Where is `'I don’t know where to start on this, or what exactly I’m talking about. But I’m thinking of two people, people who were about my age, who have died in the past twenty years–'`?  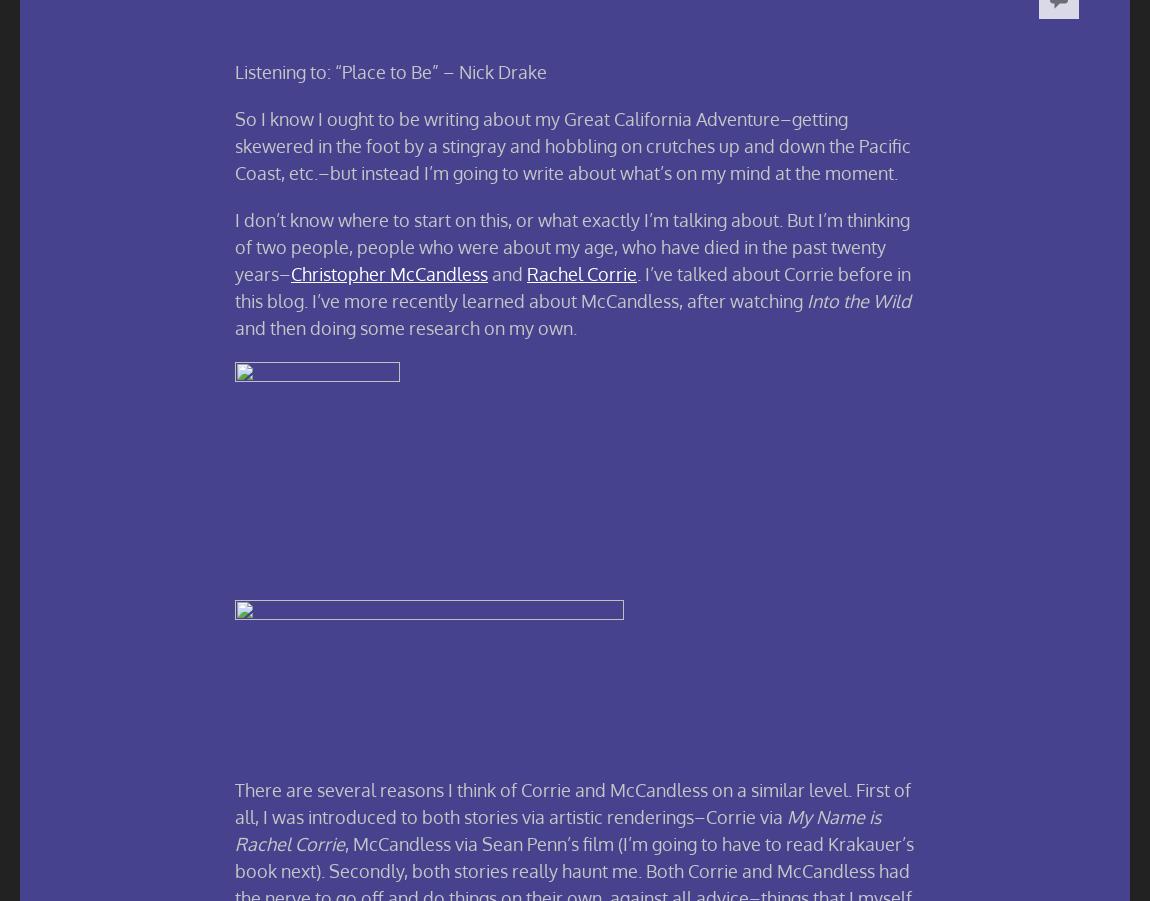
'I don’t know where to start on this, or what exactly I’m talking about. But I’m thinking of two people, people who were about my age, who have died in the past twenty years–' is located at coordinates (572, 245).